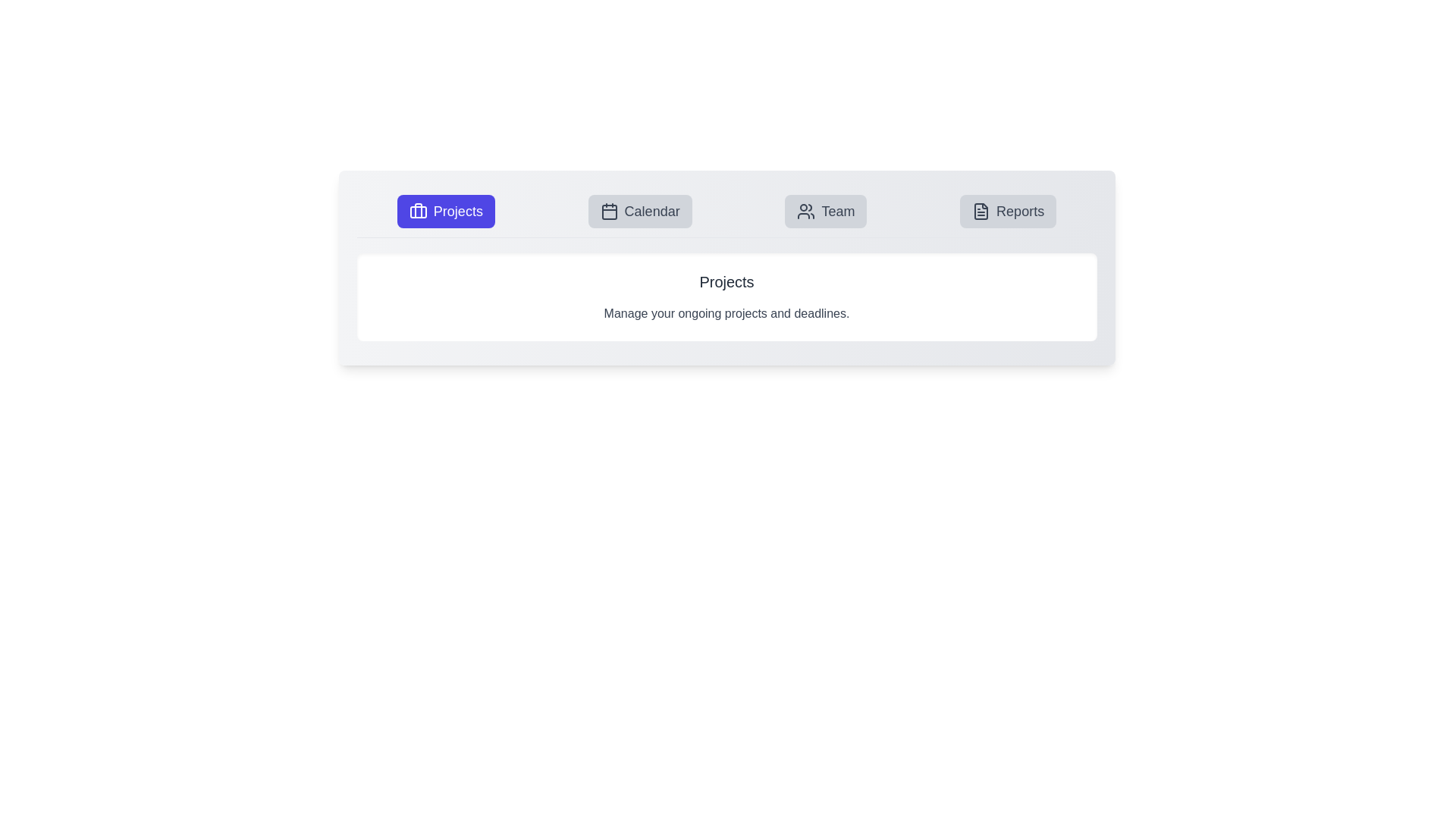  What do you see at coordinates (1008, 211) in the screenshot?
I see `the Reports tab by clicking its button` at bounding box center [1008, 211].